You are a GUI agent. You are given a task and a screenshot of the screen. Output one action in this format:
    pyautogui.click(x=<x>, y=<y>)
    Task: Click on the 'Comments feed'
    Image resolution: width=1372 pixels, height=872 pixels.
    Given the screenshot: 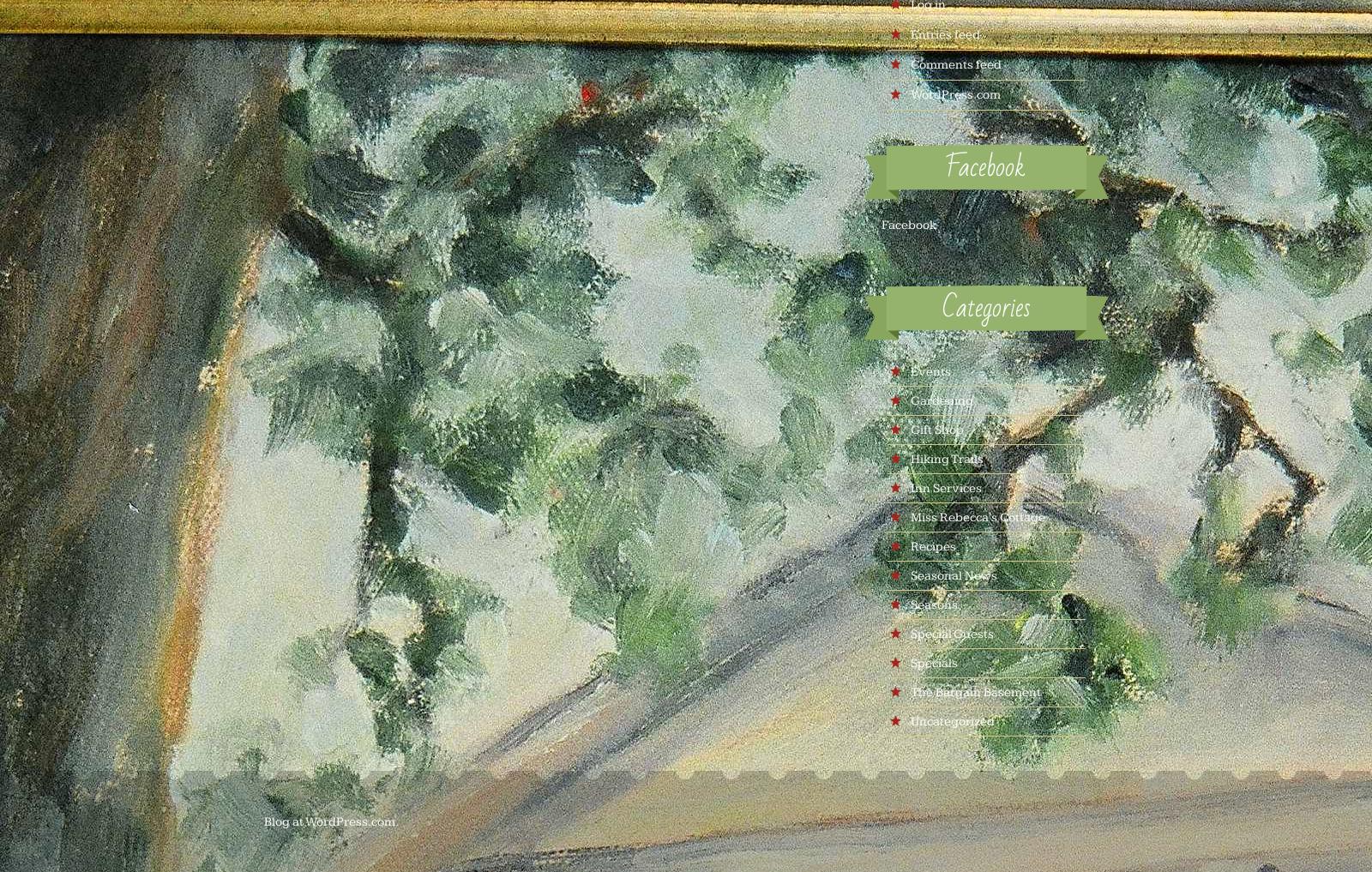 What is the action you would take?
    pyautogui.click(x=955, y=64)
    